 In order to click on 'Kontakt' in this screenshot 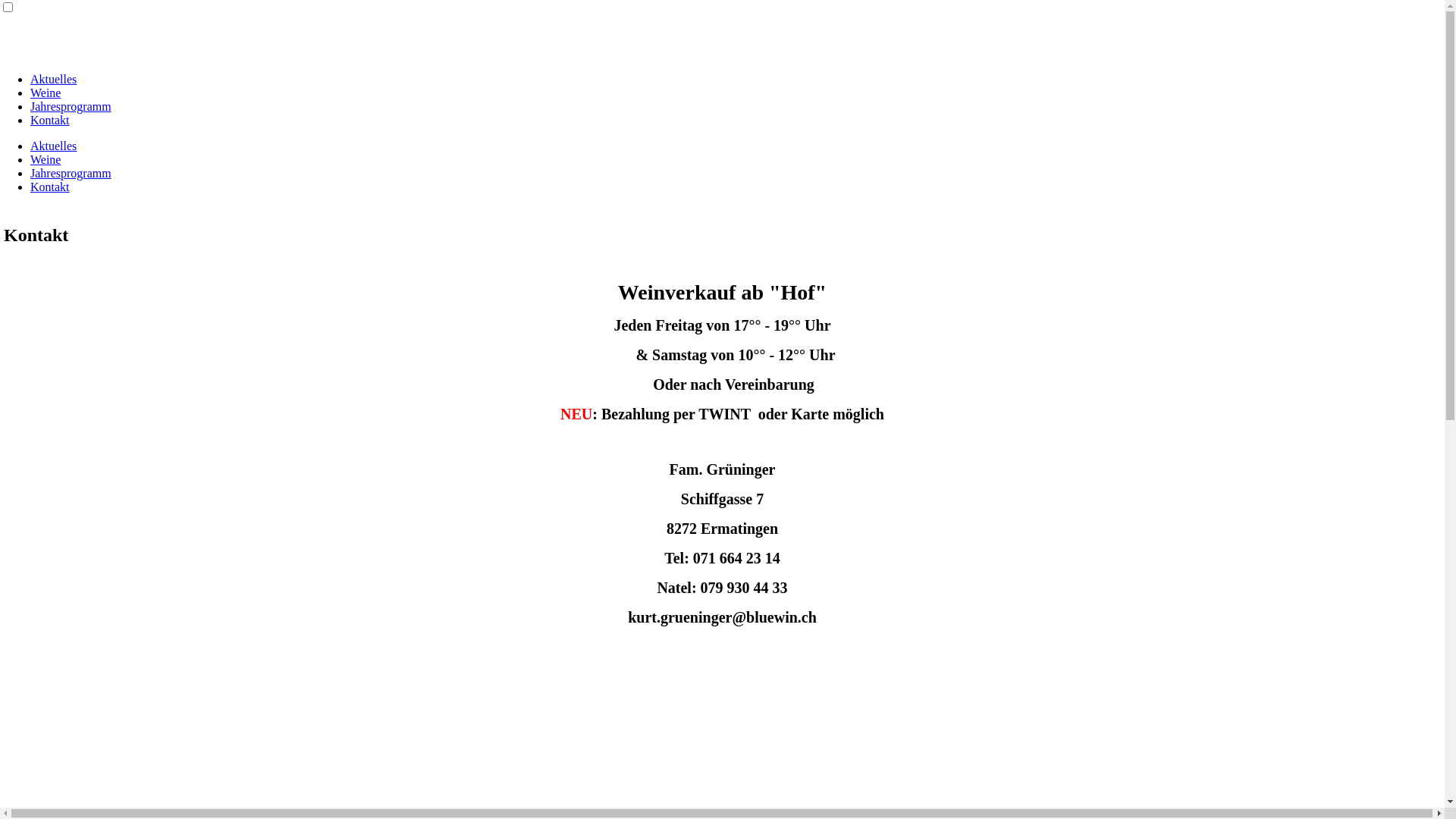, I will do `click(50, 119)`.